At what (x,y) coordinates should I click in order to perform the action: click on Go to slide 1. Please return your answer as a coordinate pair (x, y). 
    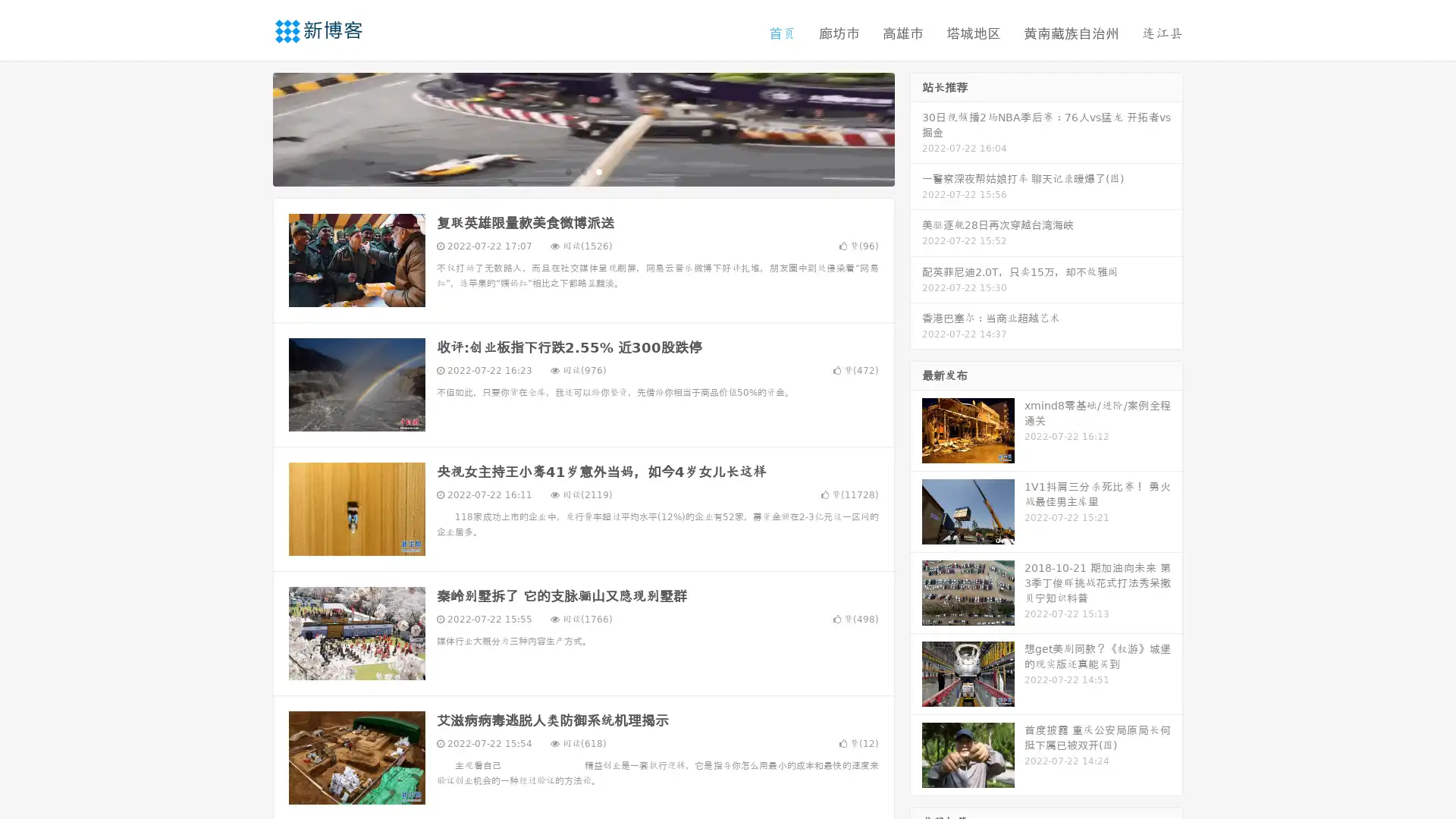
    Looking at the image, I should click on (567, 171).